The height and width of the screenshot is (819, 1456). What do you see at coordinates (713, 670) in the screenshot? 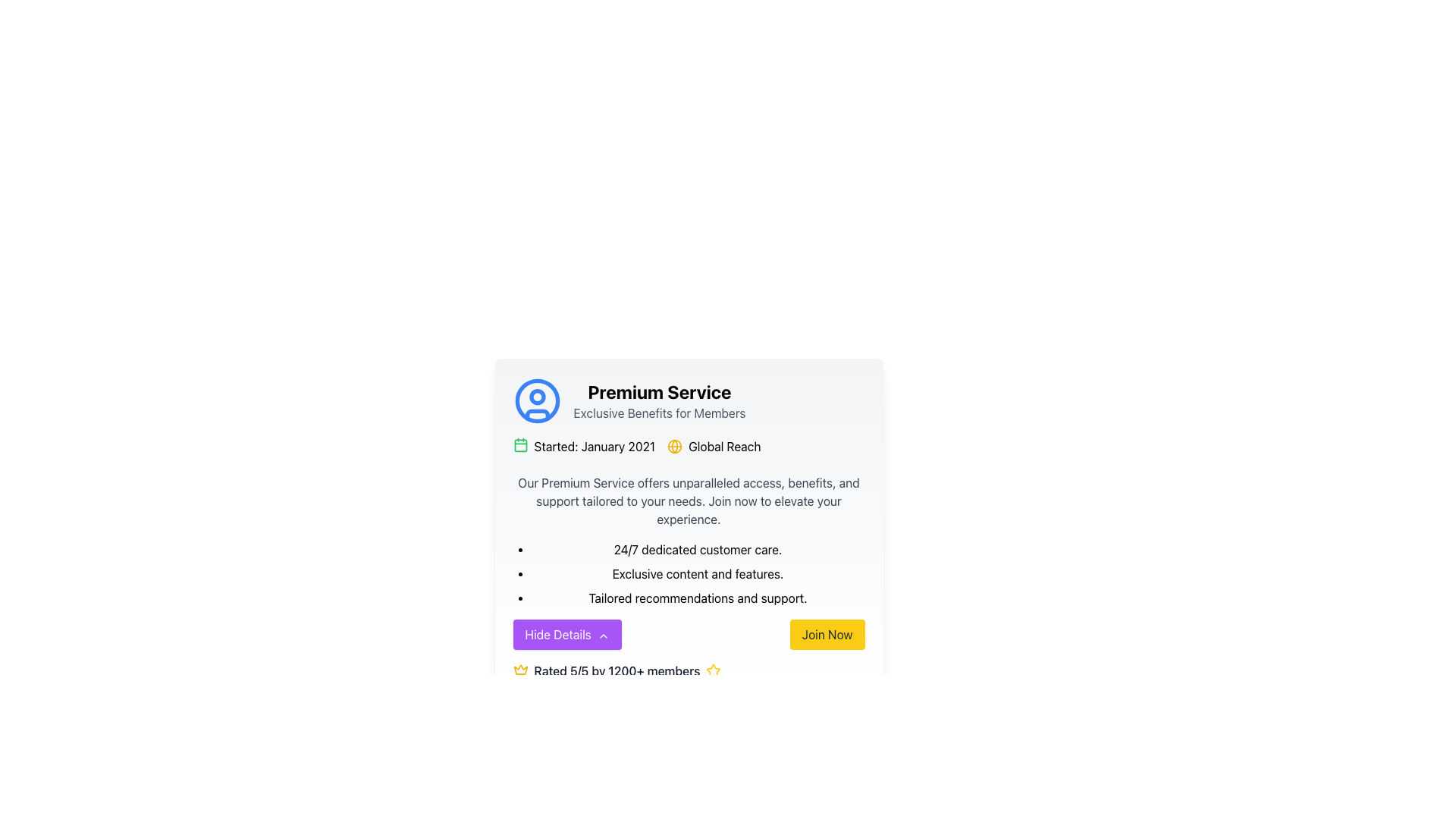
I see `text associated with the star icon, which indicates a rating of 'Rated 5/5 by 1200+ members'` at bounding box center [713, 670].